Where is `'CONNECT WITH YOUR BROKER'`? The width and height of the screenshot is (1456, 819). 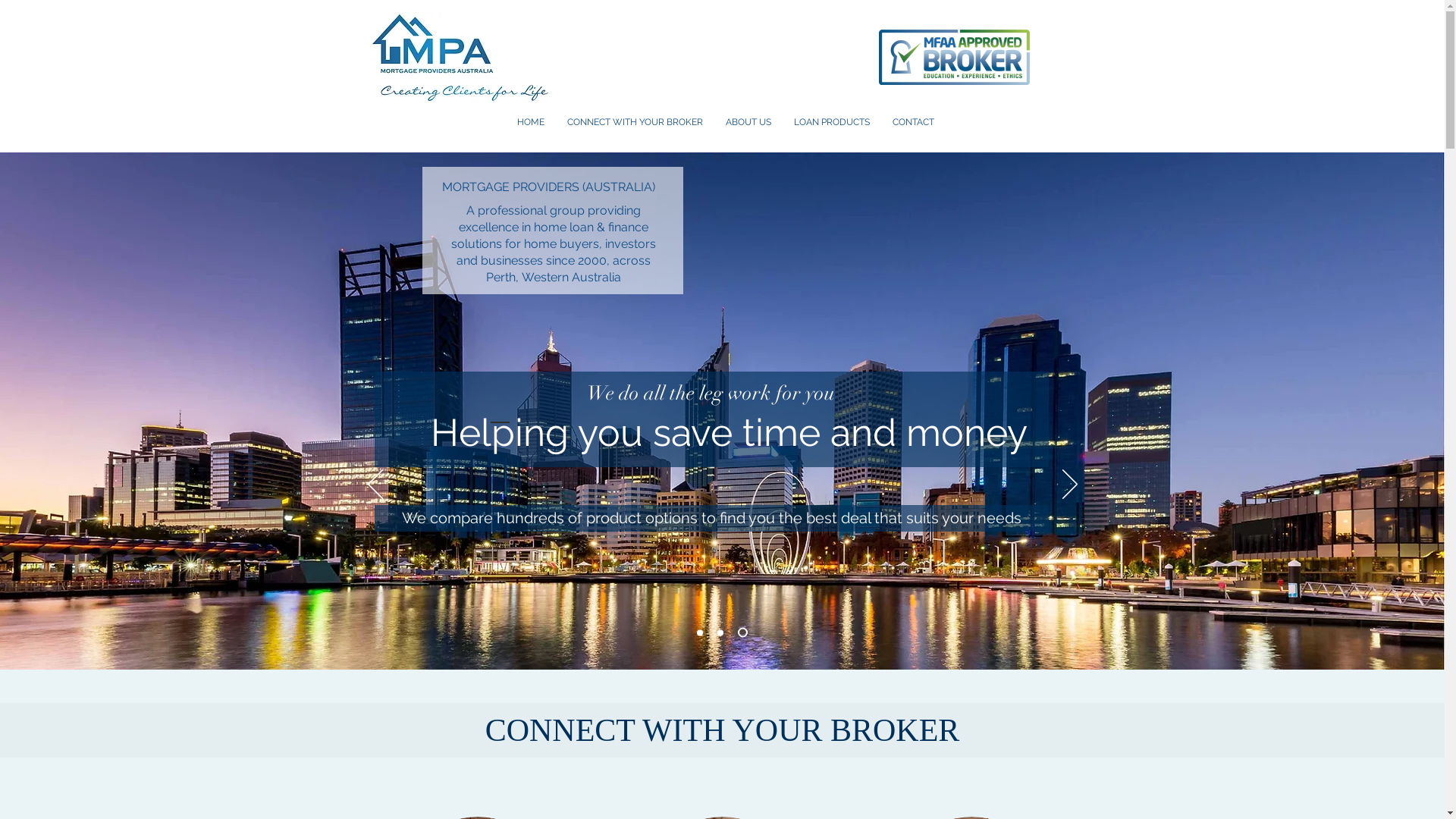
'CONNECT WITH YOUR BROKER' is located at coordinates (634, 121).